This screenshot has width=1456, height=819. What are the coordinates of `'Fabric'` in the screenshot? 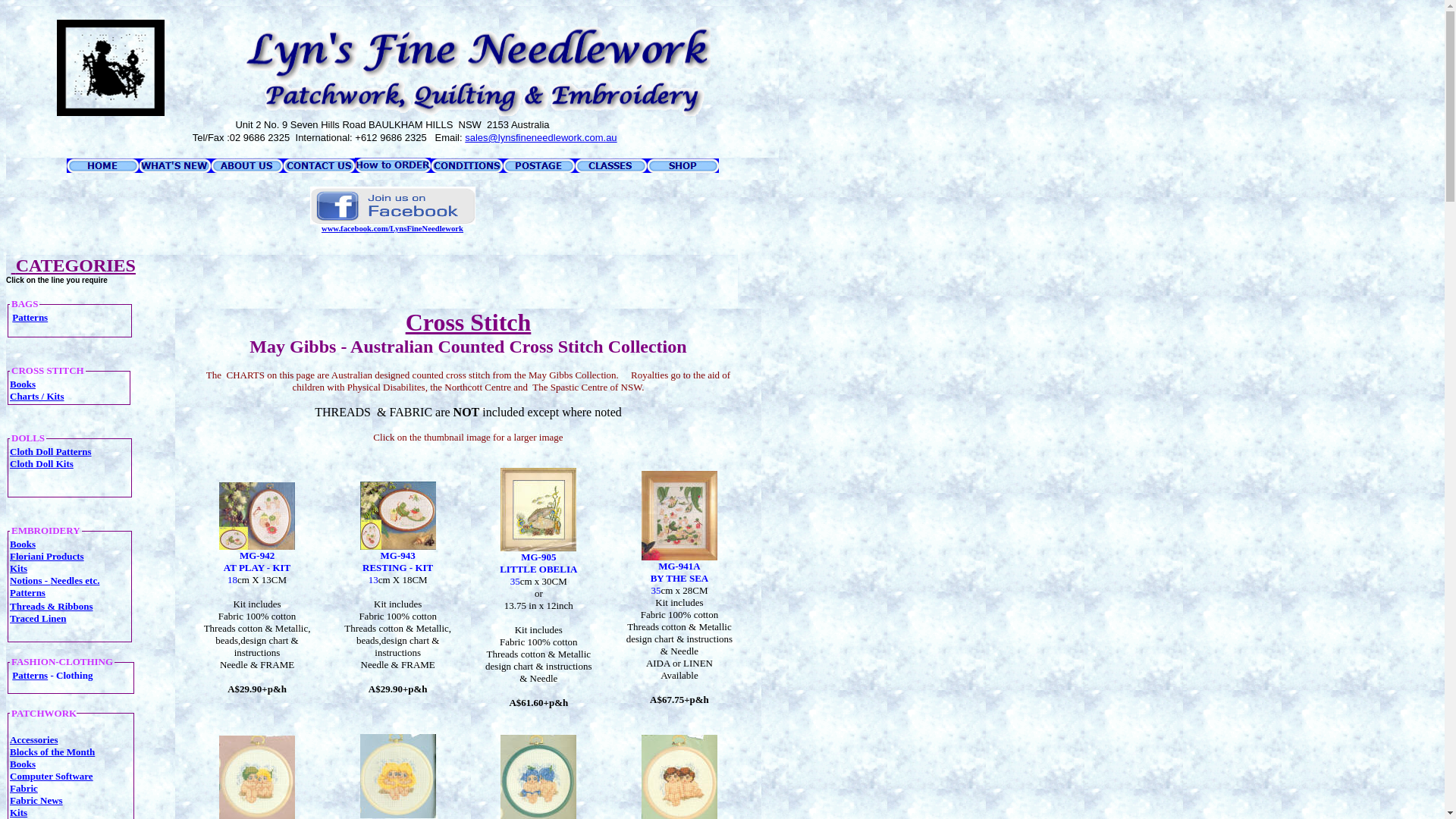 It's located at (24, 787).